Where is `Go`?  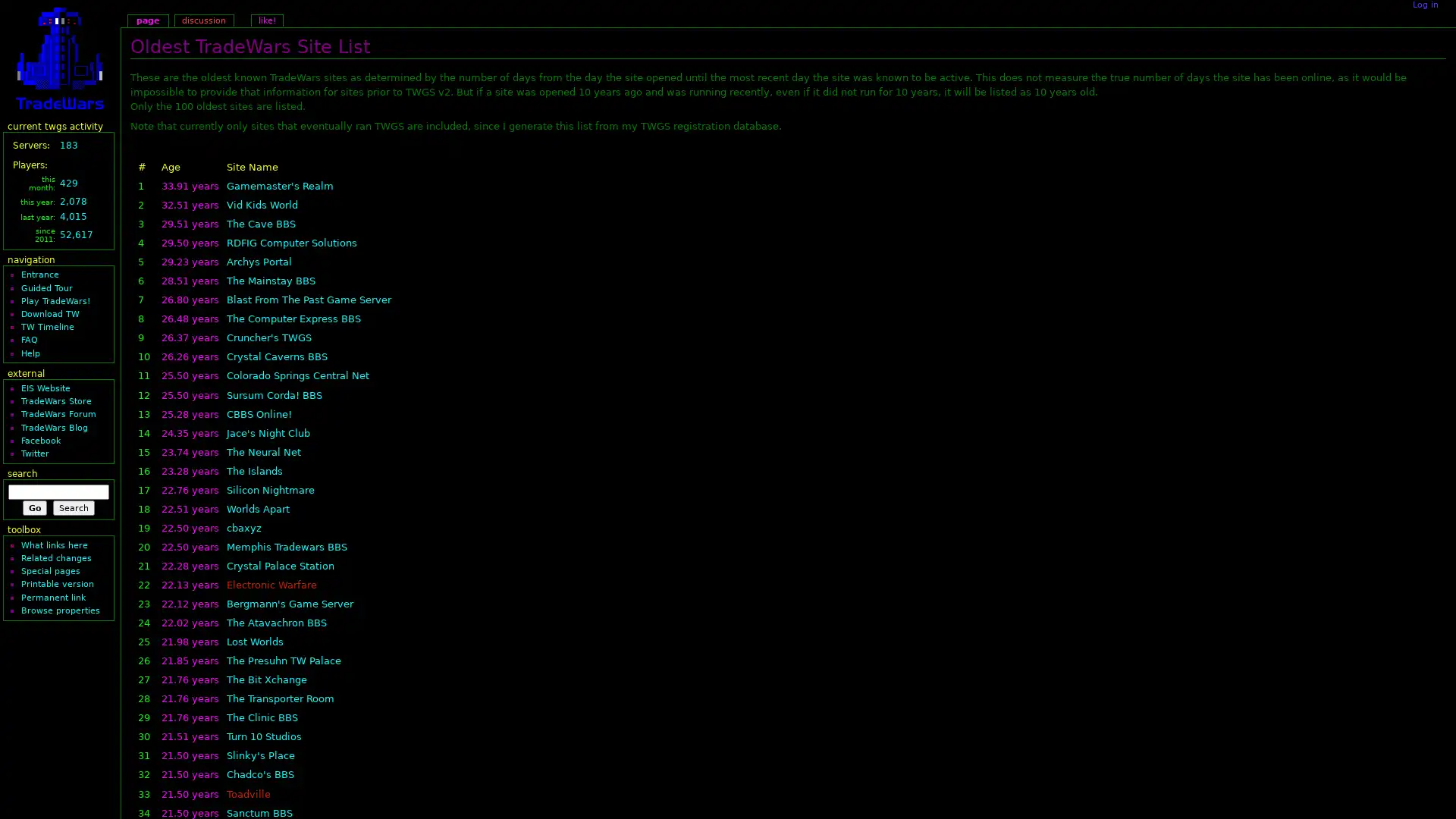
Go is located at coordinates (34, 508).